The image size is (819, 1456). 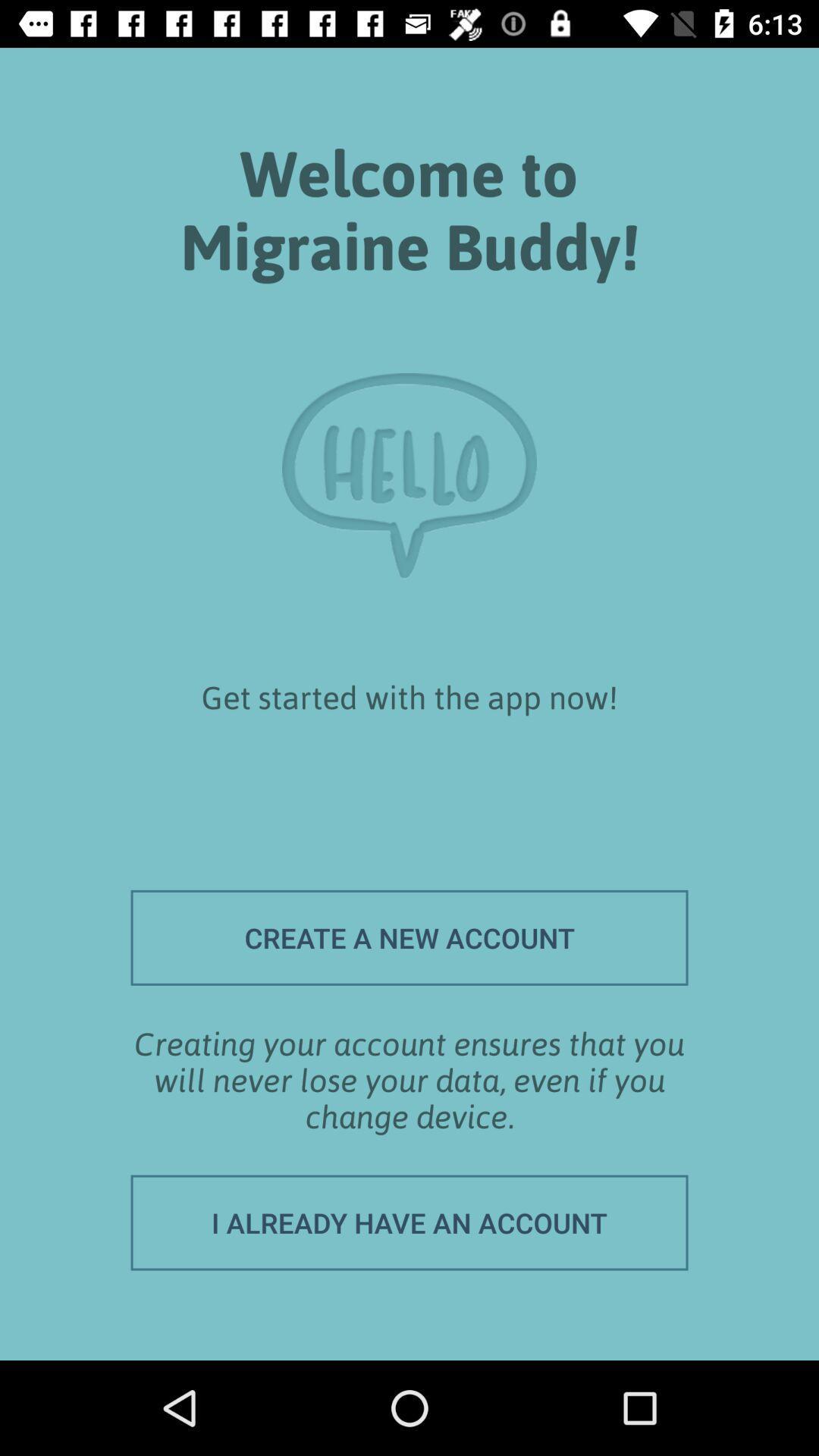 What do you see at coordinates (409, 937) in the screenshot?
I see `app below the get started with` at bounding box center [409, 937].